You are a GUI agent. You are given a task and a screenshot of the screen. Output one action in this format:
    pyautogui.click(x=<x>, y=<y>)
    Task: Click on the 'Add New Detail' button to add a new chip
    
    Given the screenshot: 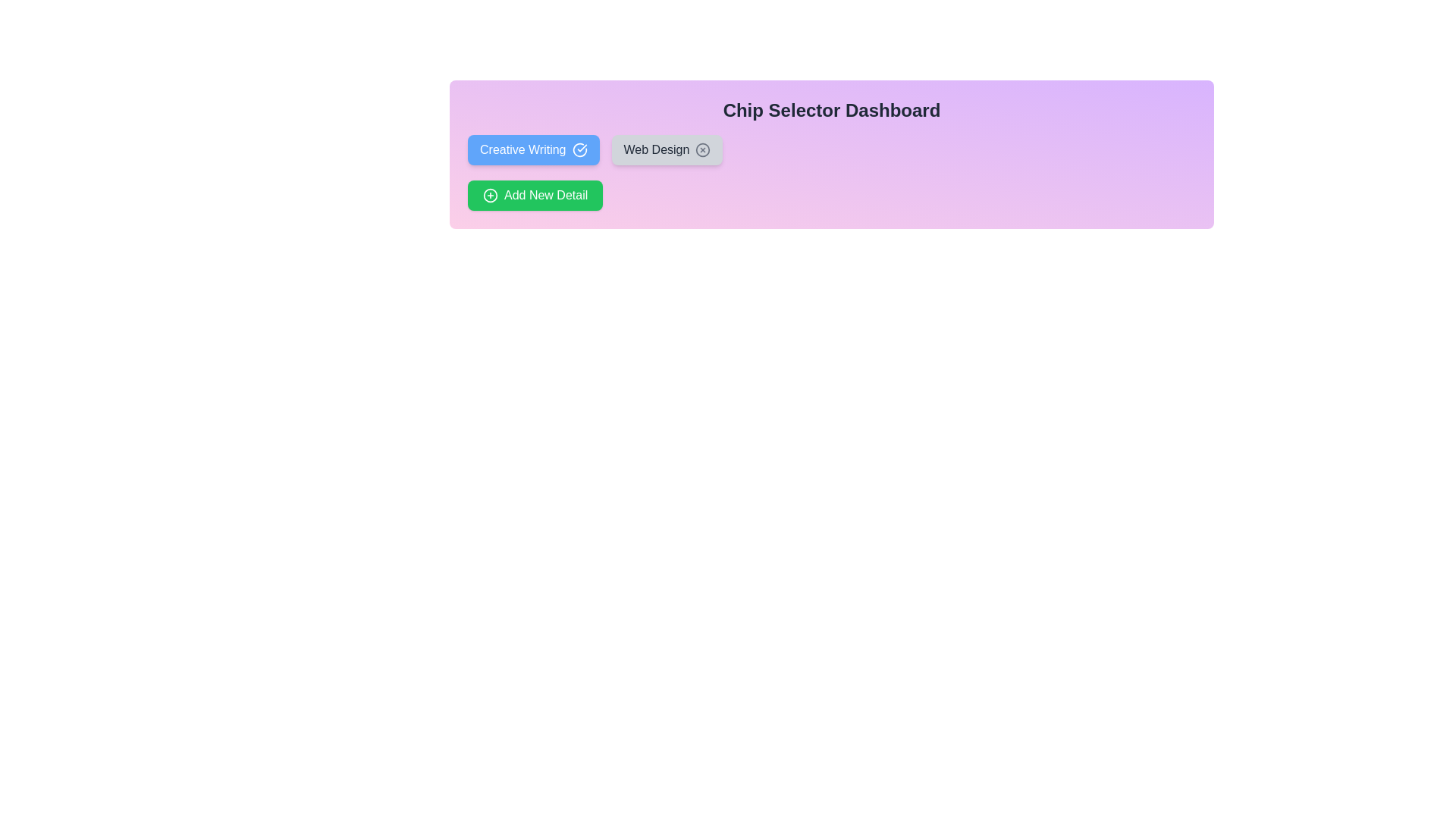 What is the action you would take?
    pyautogui.click(x=535, y=195)
    